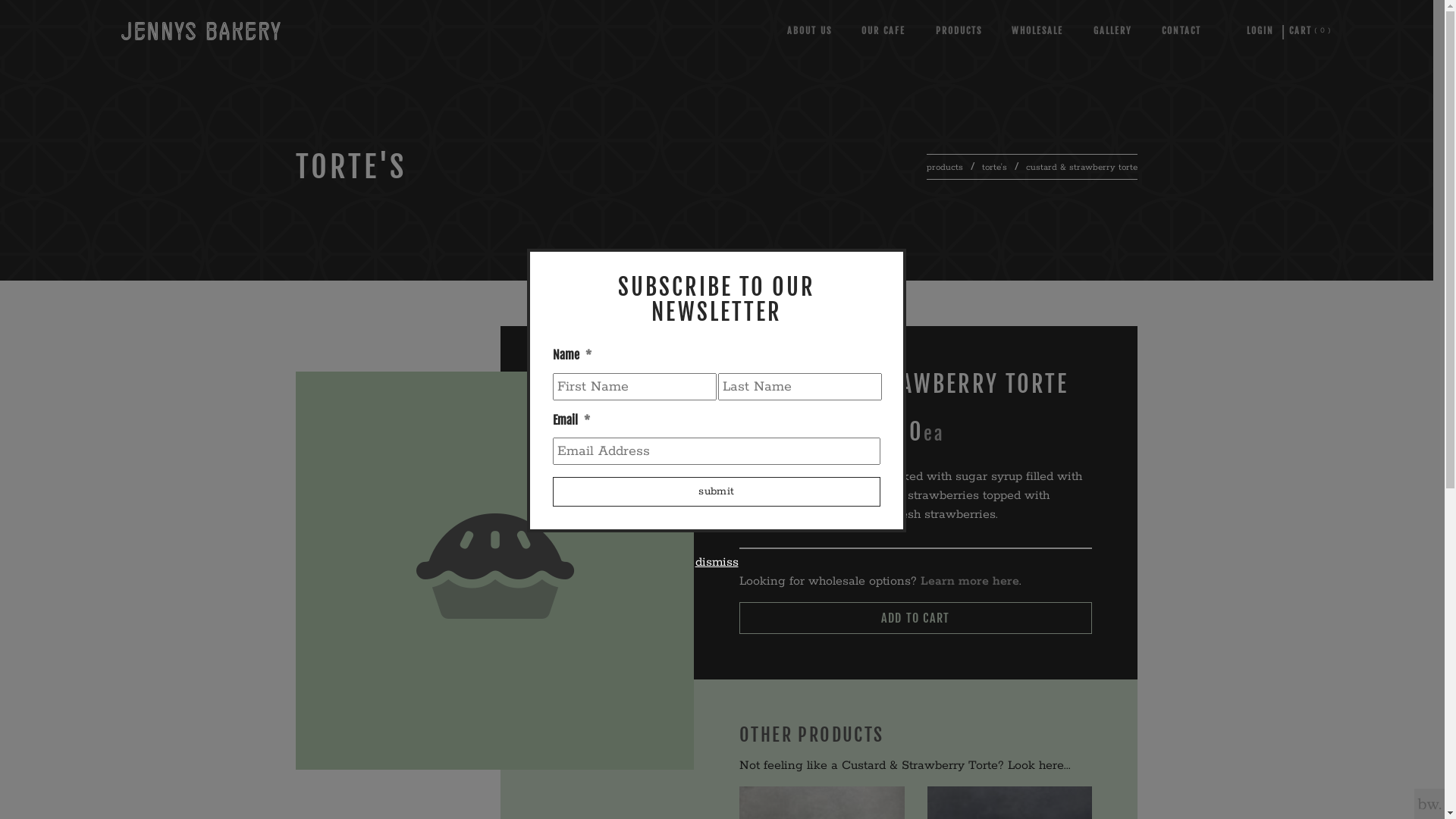 This screenshot has height=819, width=1456. What do you see at coordinates (716, 491) in the screenshot?
I see `'Submit'` at bounding box center [716, 491].